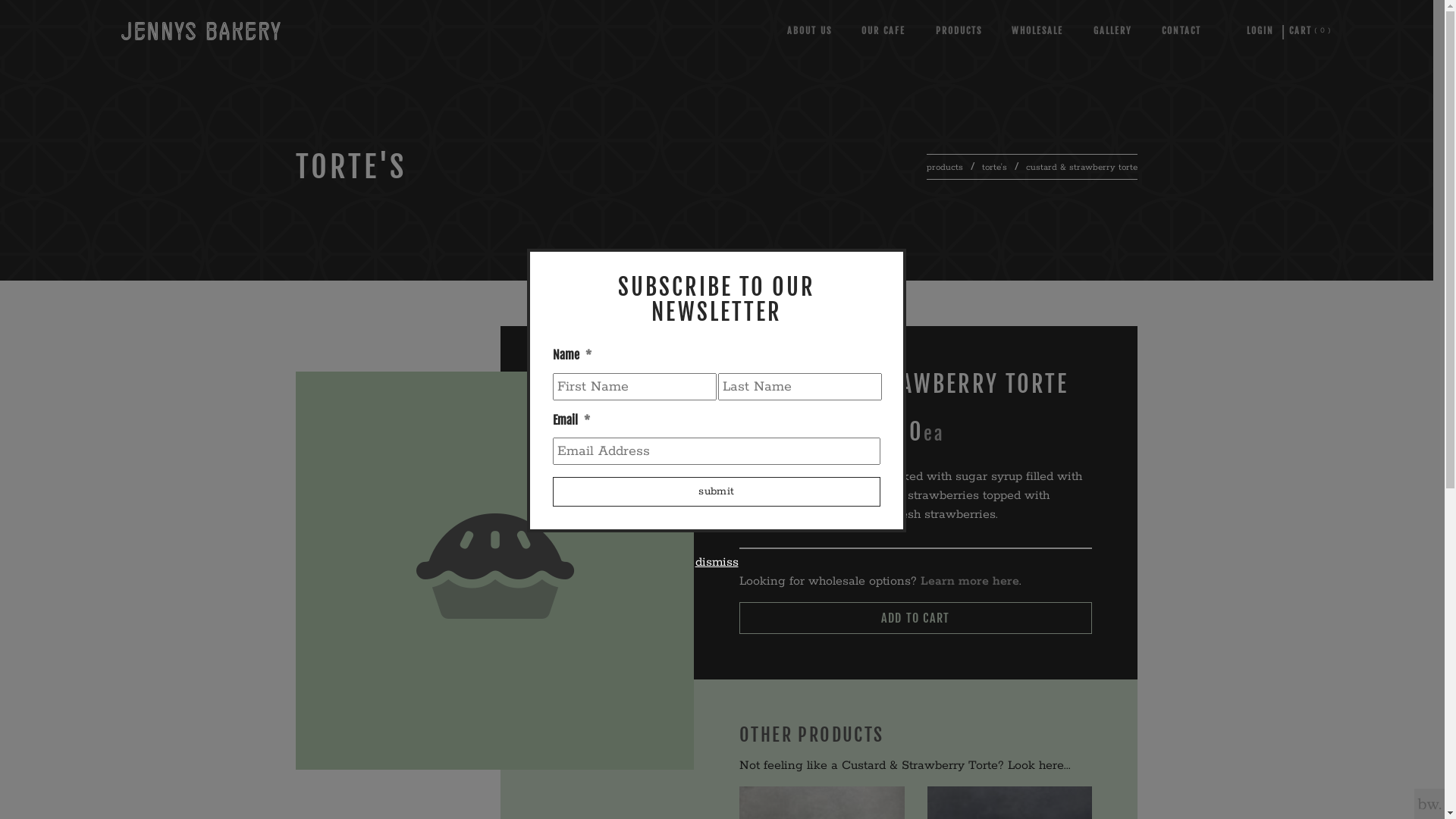 This screenshot has height=819, width=1456. What do you see at coordinates (716, 491) in the screenshot?
I see `'Submit'` at bounding box center [716, 491].